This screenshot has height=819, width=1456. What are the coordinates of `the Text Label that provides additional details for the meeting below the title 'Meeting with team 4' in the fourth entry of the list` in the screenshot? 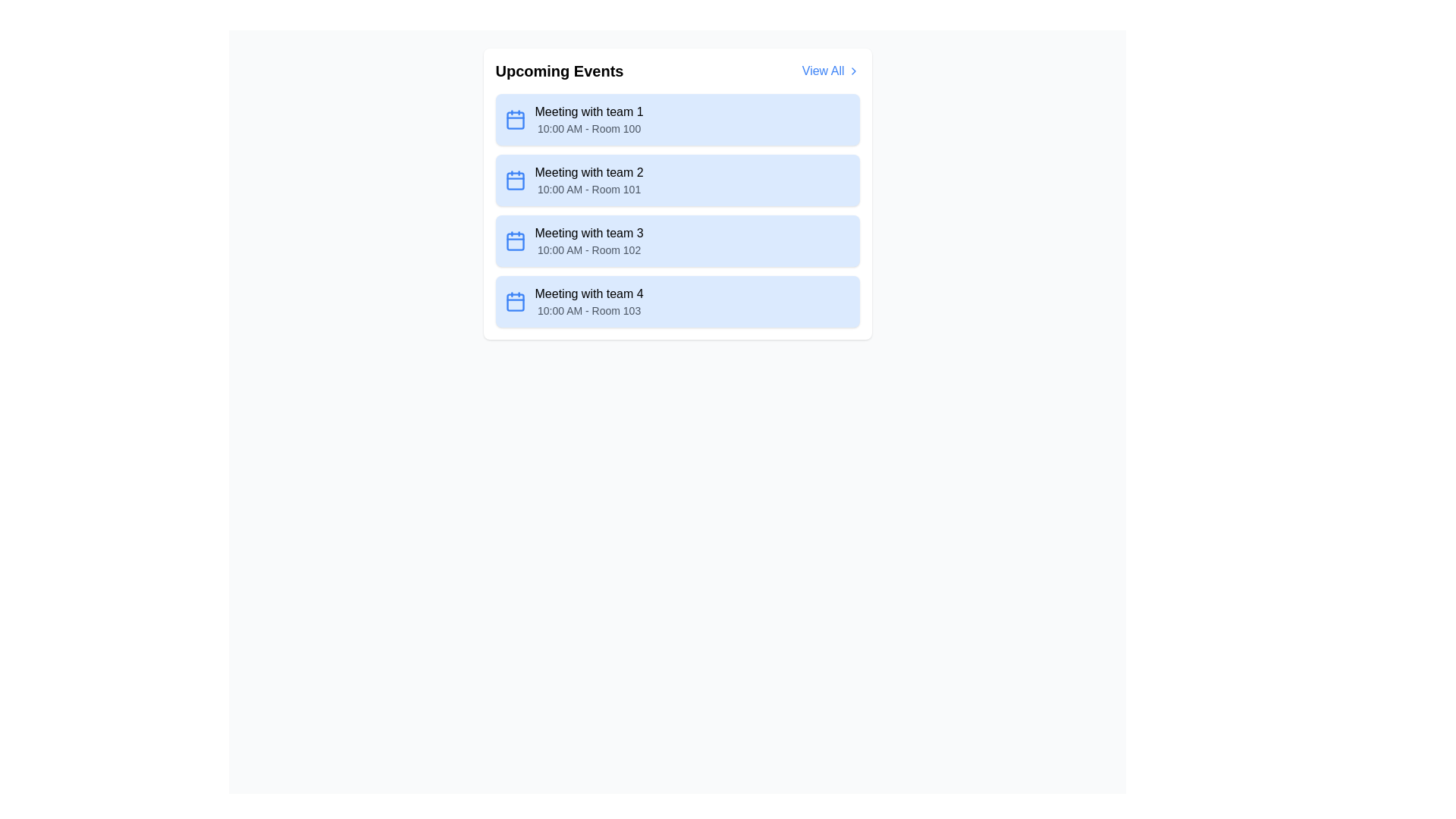 It's located at (588, 309).